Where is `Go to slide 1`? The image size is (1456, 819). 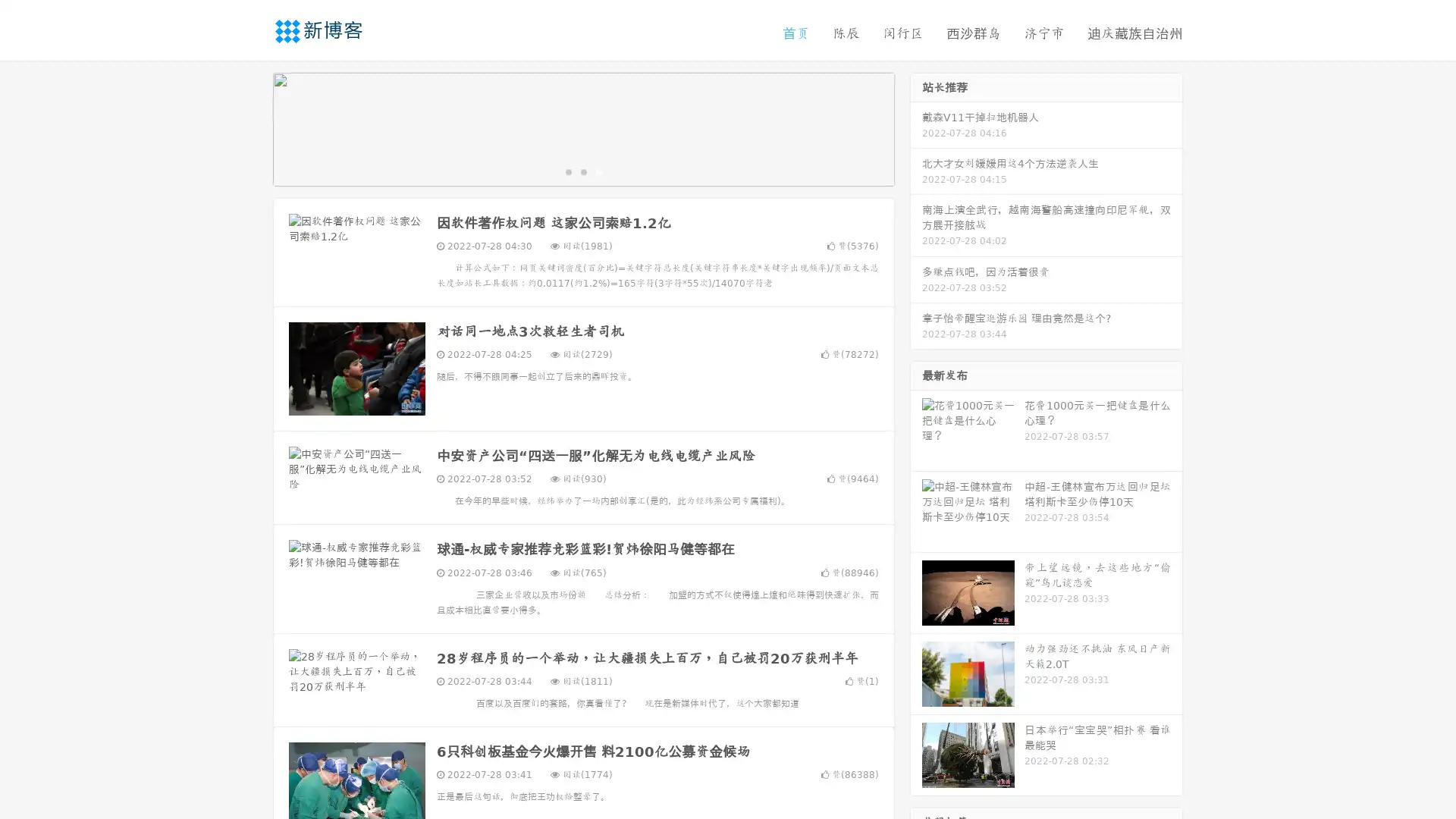
Go to slide 1 is located at coordinates (567, 171).